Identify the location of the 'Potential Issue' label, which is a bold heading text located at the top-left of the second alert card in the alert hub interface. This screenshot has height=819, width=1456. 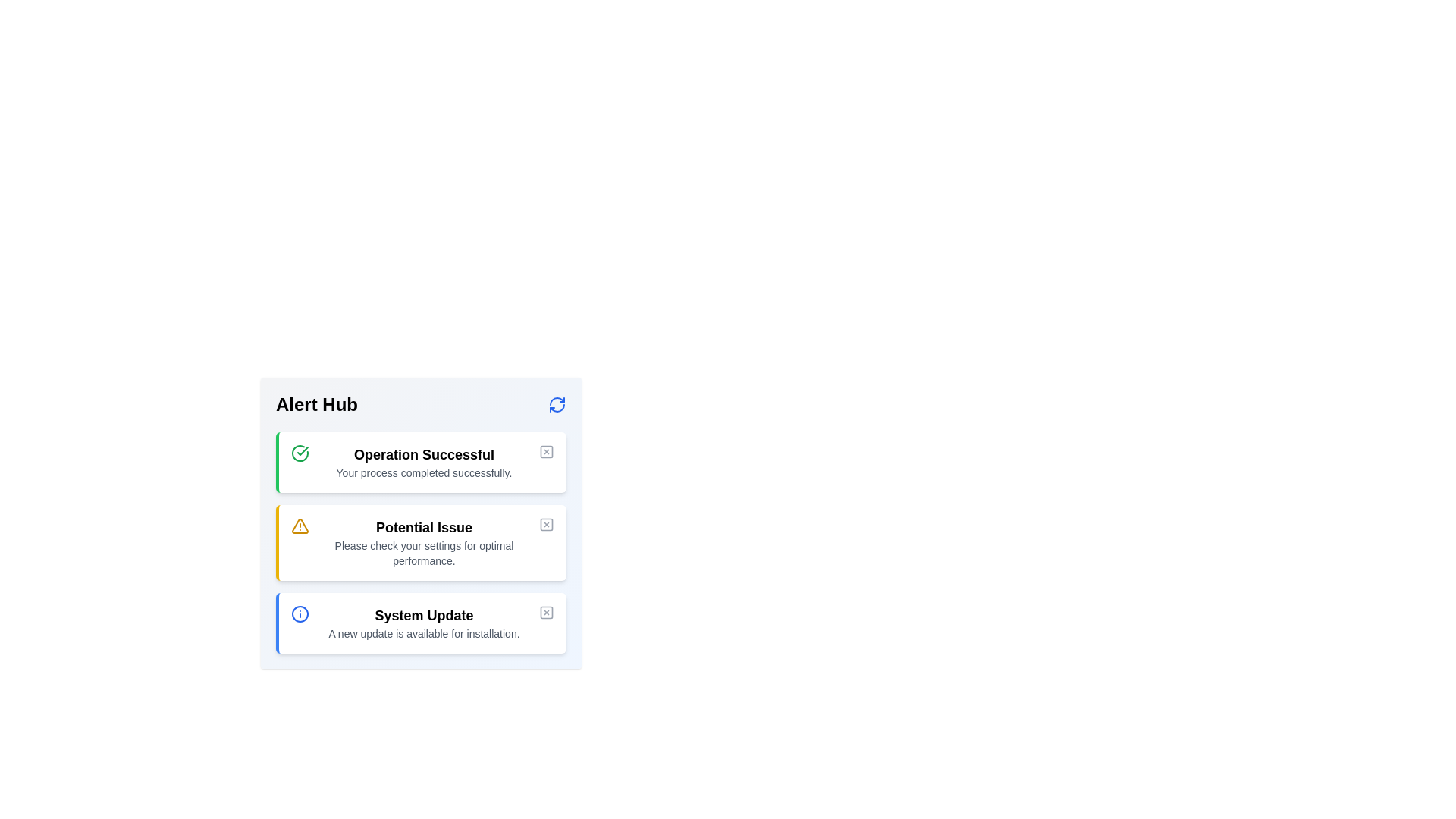
(424, 526).